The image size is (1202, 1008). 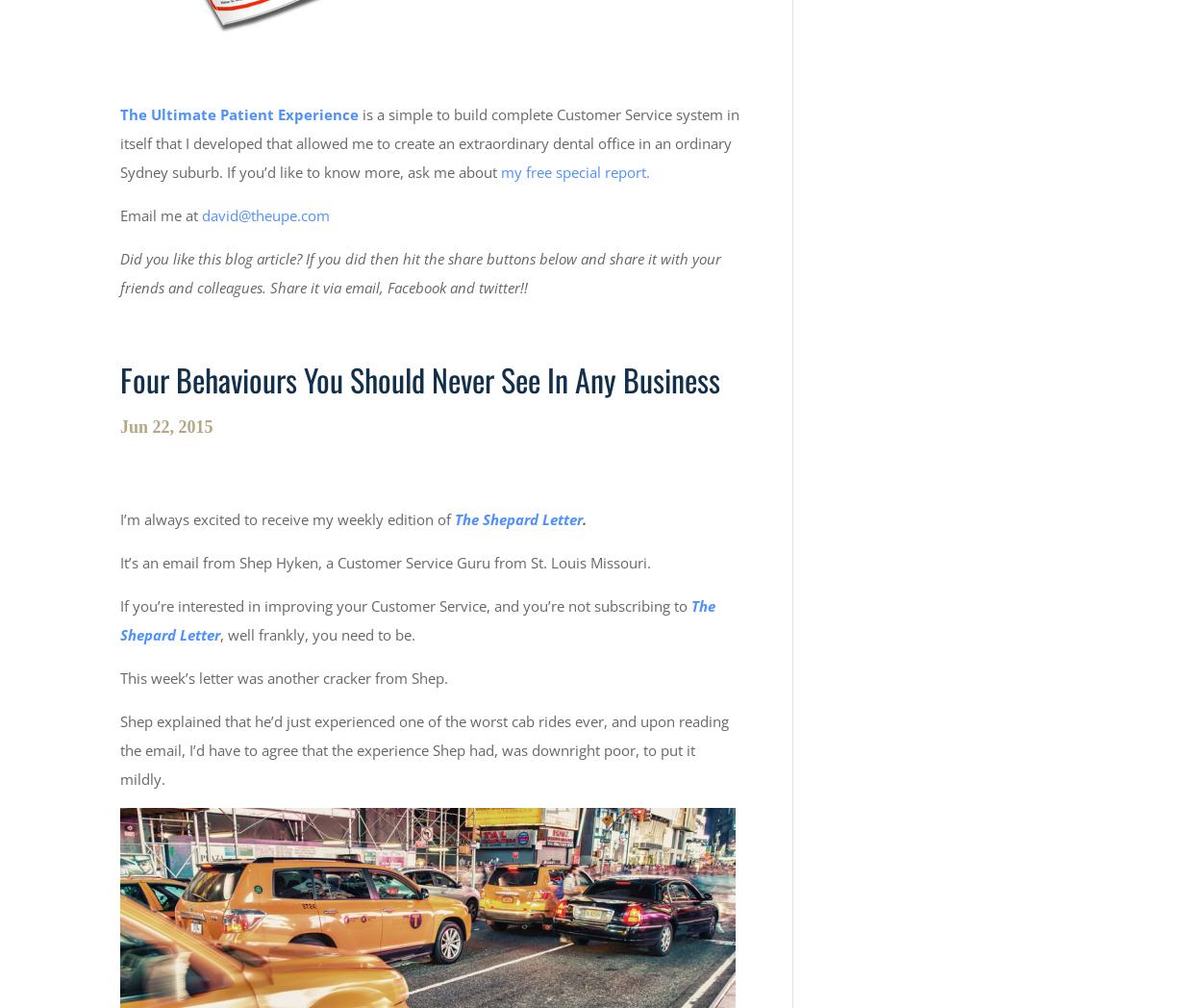 What do you see at coordinates (316, 633) in the screenshot?
I see `', well frankly, you need to be.'` at bounding box center [316, 633].